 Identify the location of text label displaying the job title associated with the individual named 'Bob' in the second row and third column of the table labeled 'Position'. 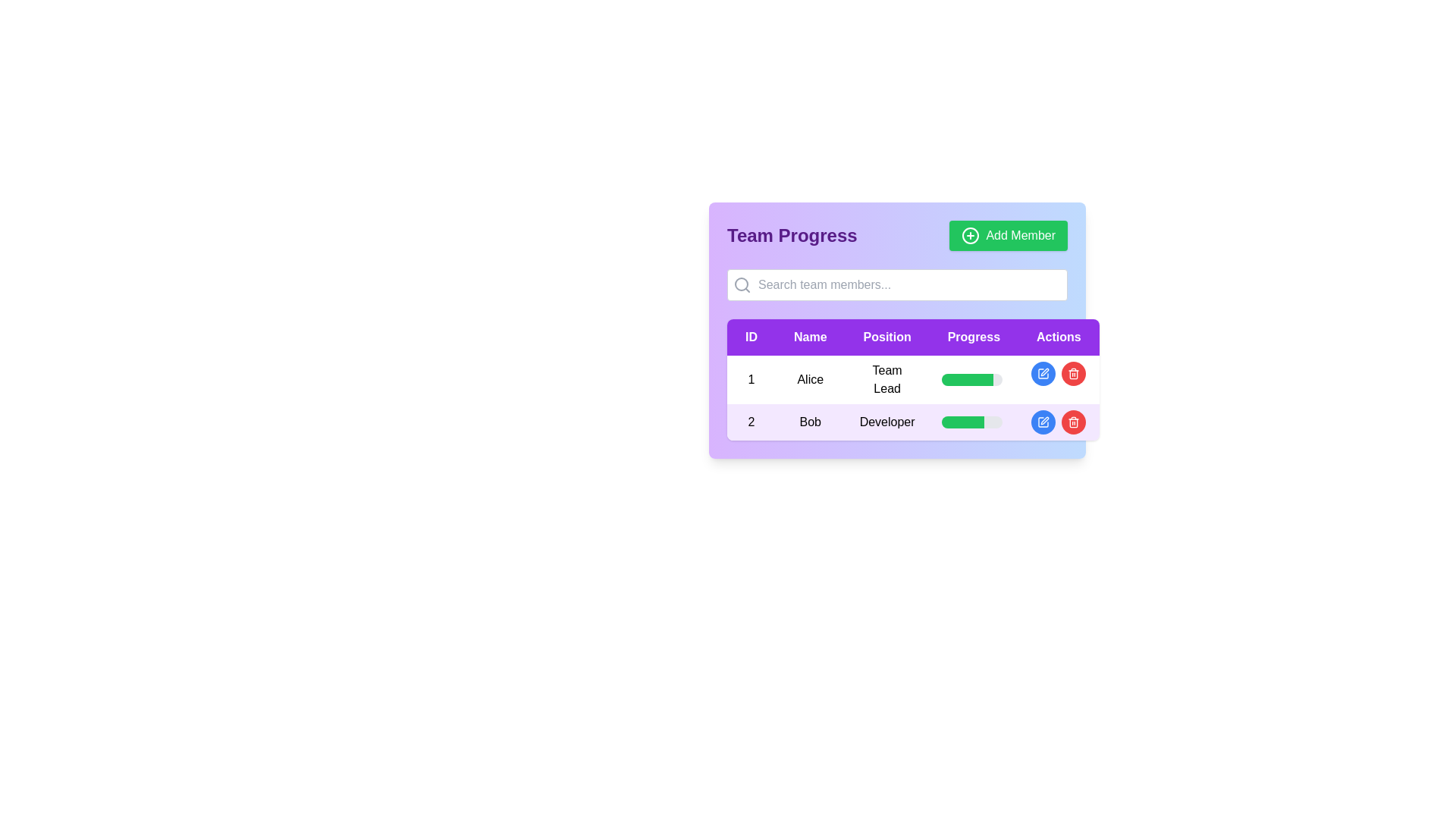
(887, 422).